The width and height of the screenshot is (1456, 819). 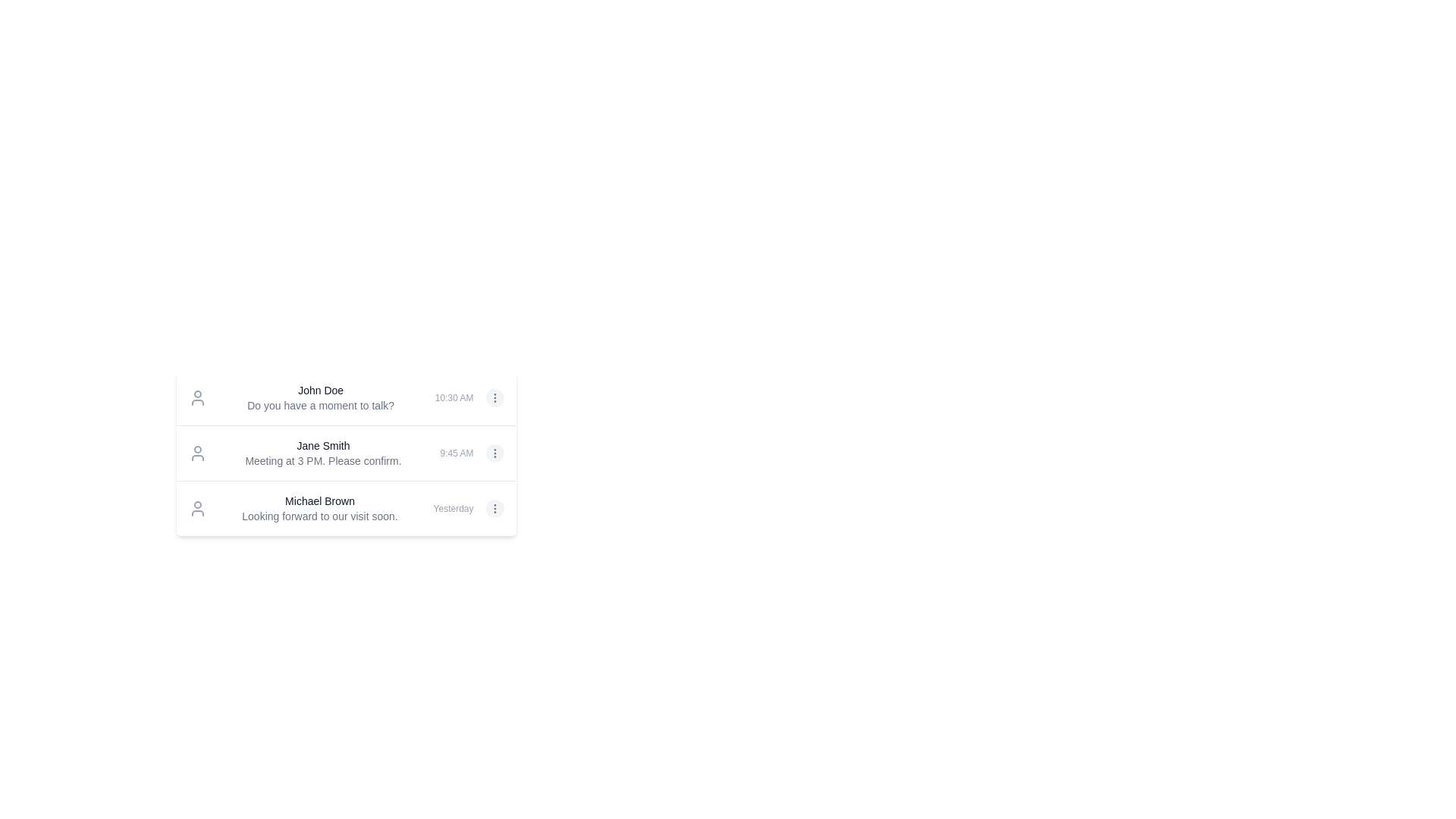 I want to click on the second message list item, which provides a summary of the message content, so click(x=345, y=434).